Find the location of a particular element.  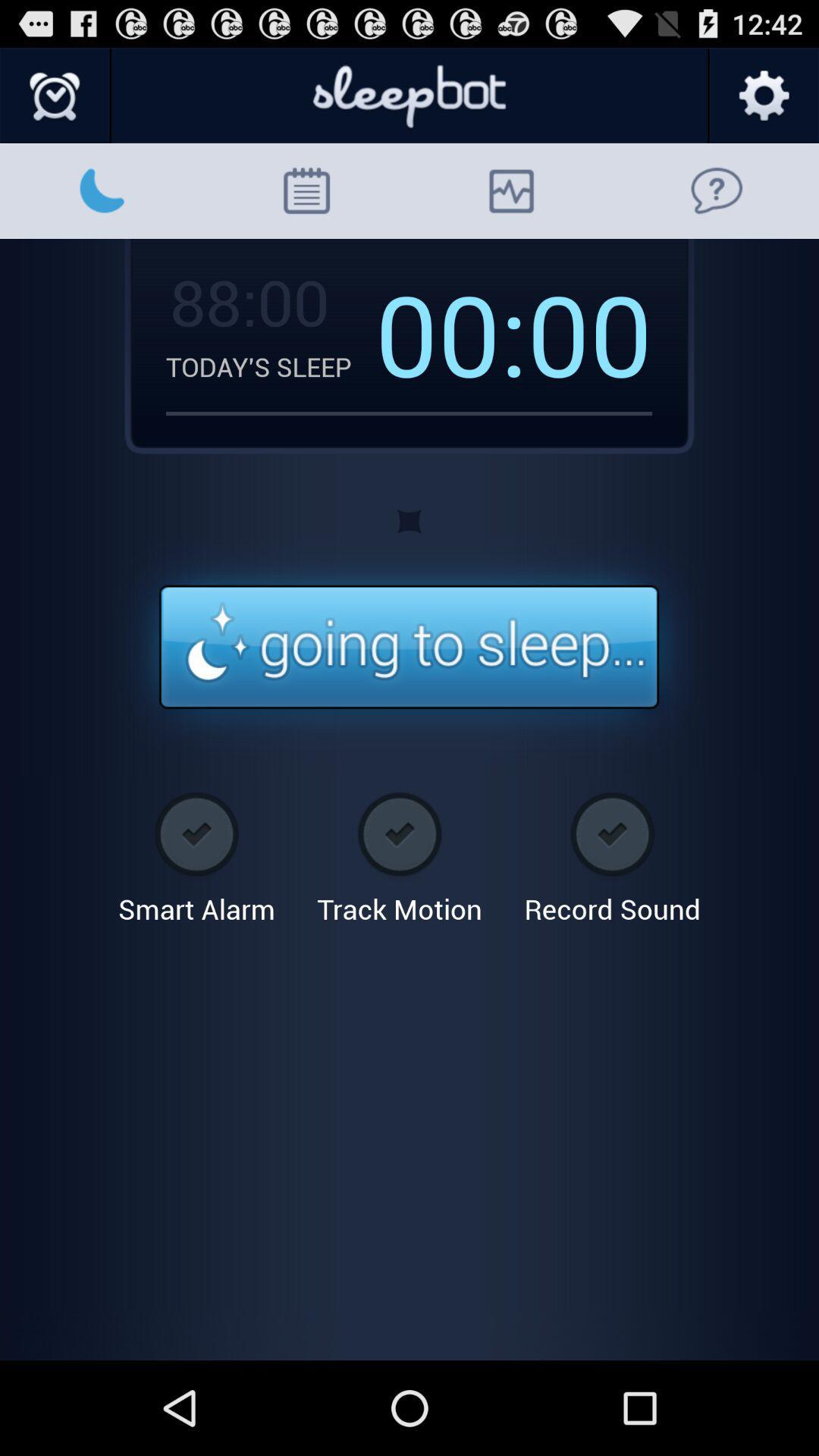

settings is located at coordinates (763, 96).